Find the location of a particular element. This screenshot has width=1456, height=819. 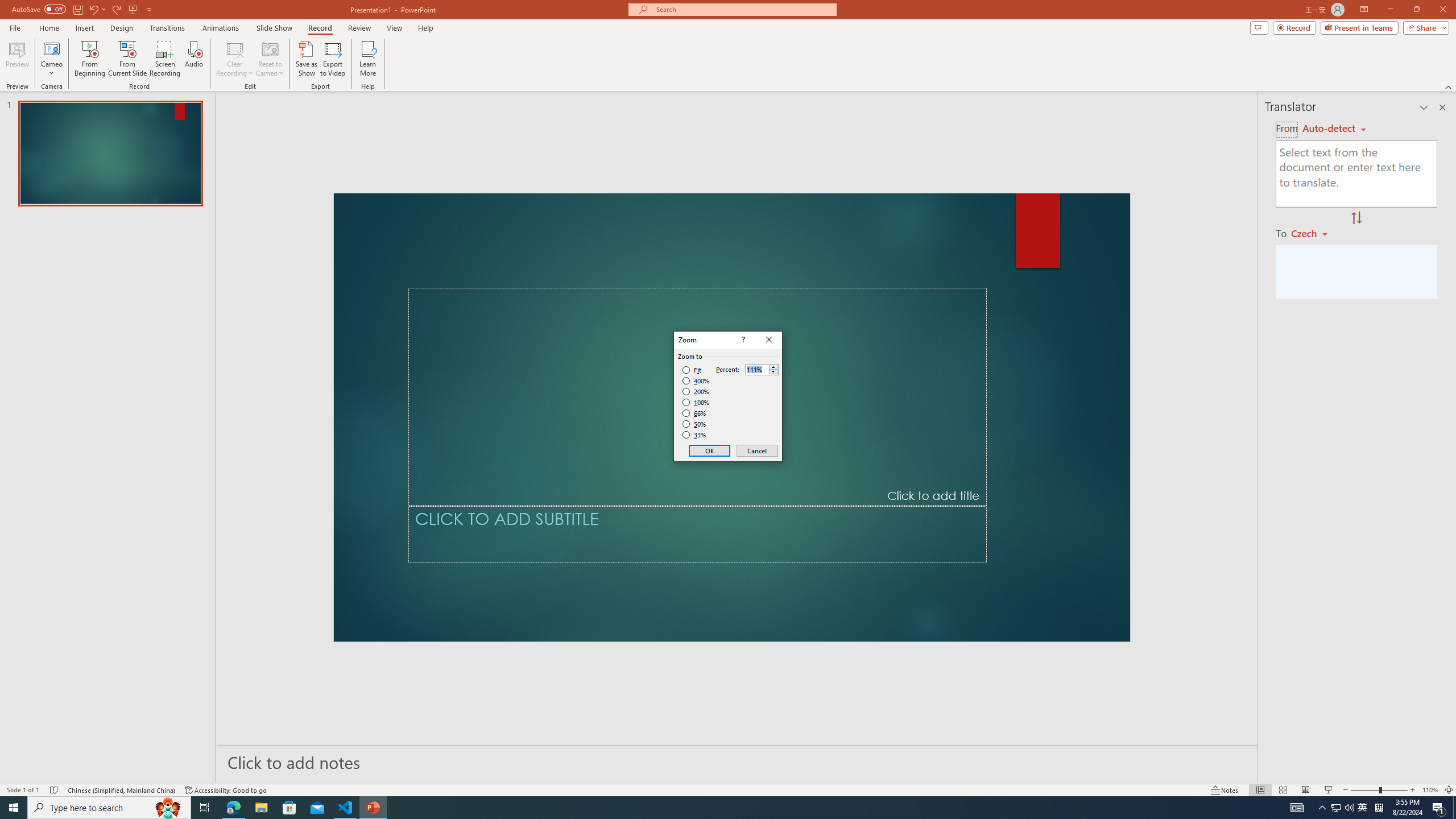

'Zoom Out' is located at coordinates (1350, 773).